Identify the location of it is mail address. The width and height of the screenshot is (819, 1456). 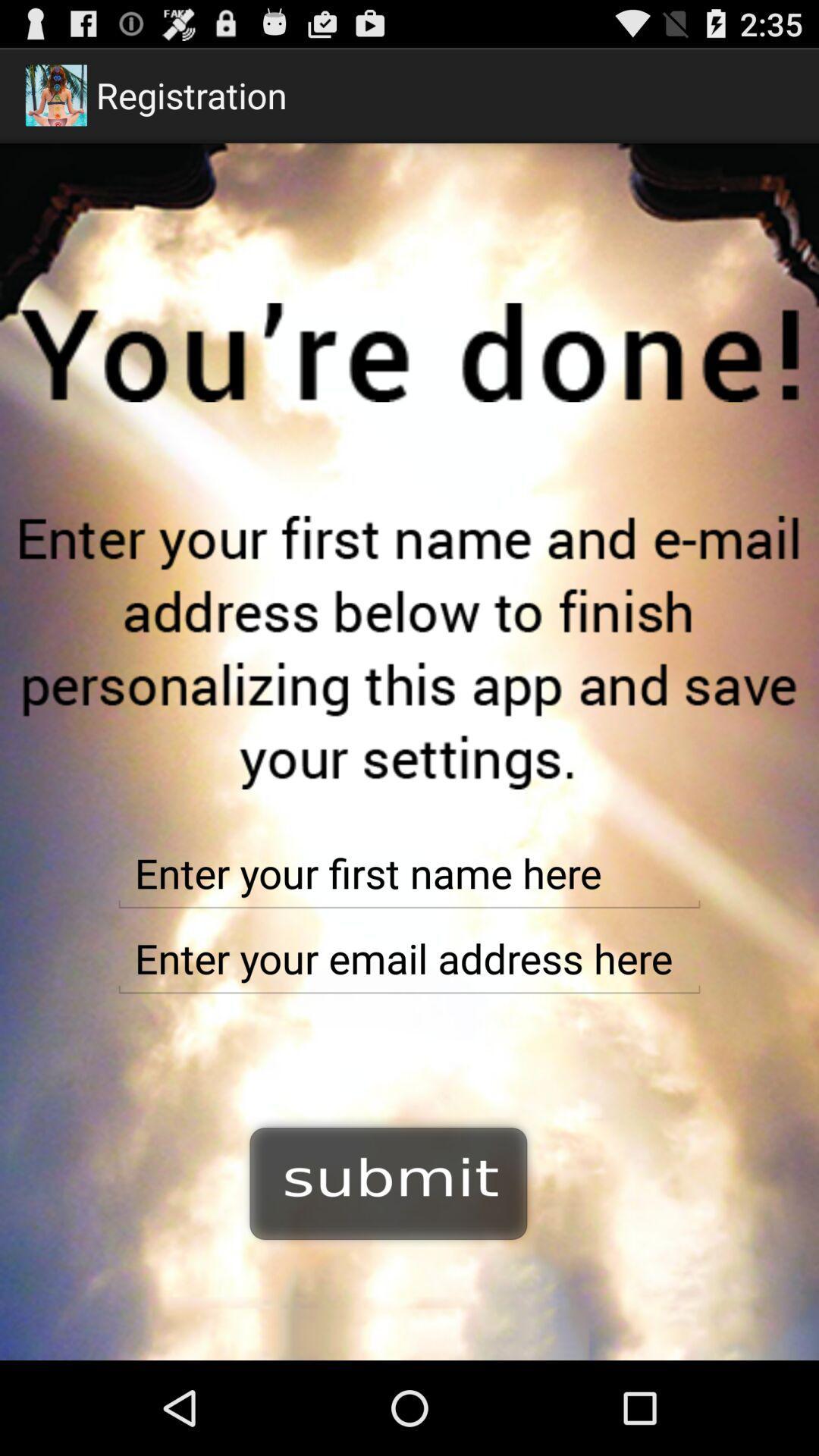
(409, 958).